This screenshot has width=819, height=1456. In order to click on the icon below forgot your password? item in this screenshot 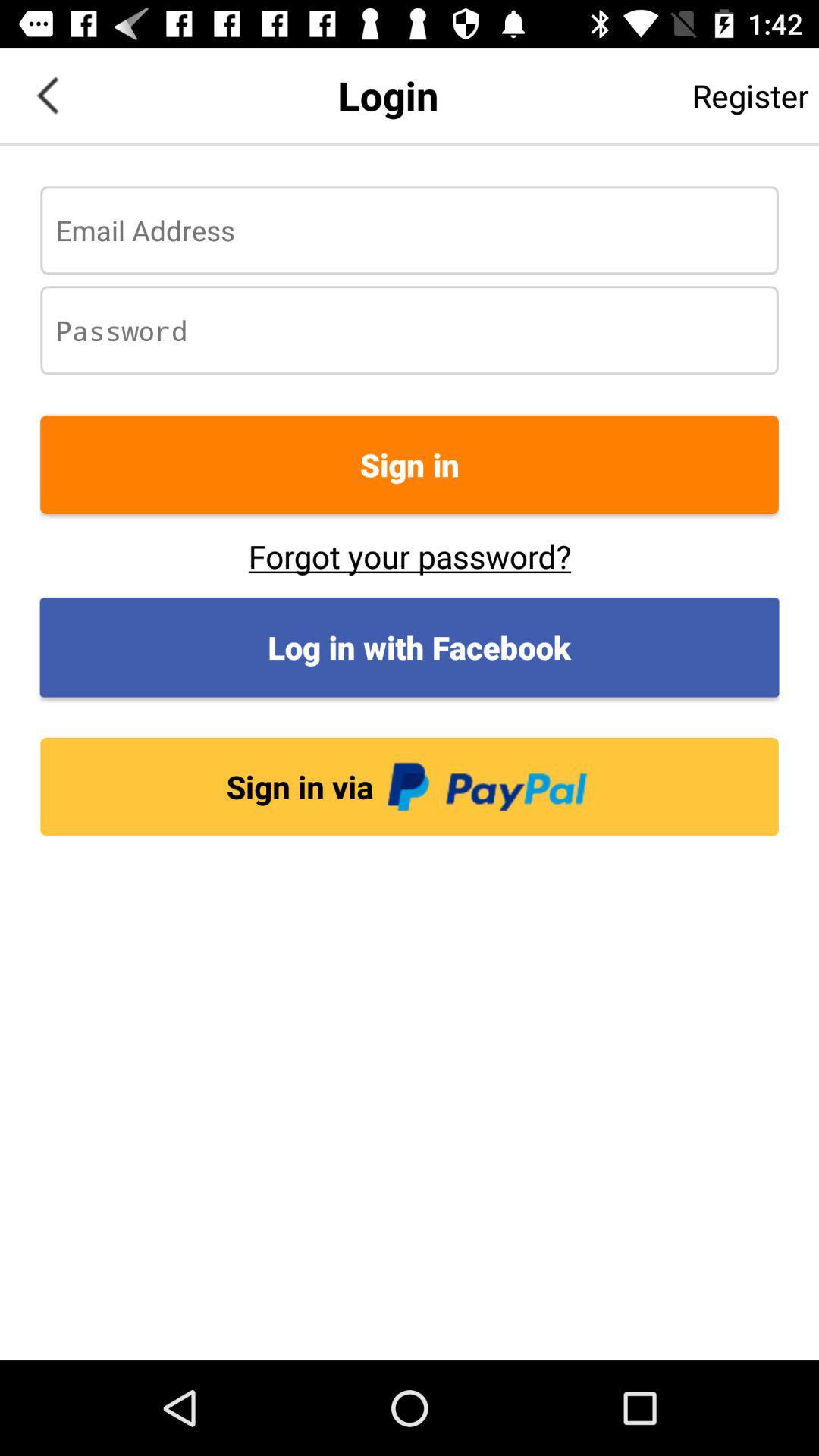, I will do `click(409, 647)`.